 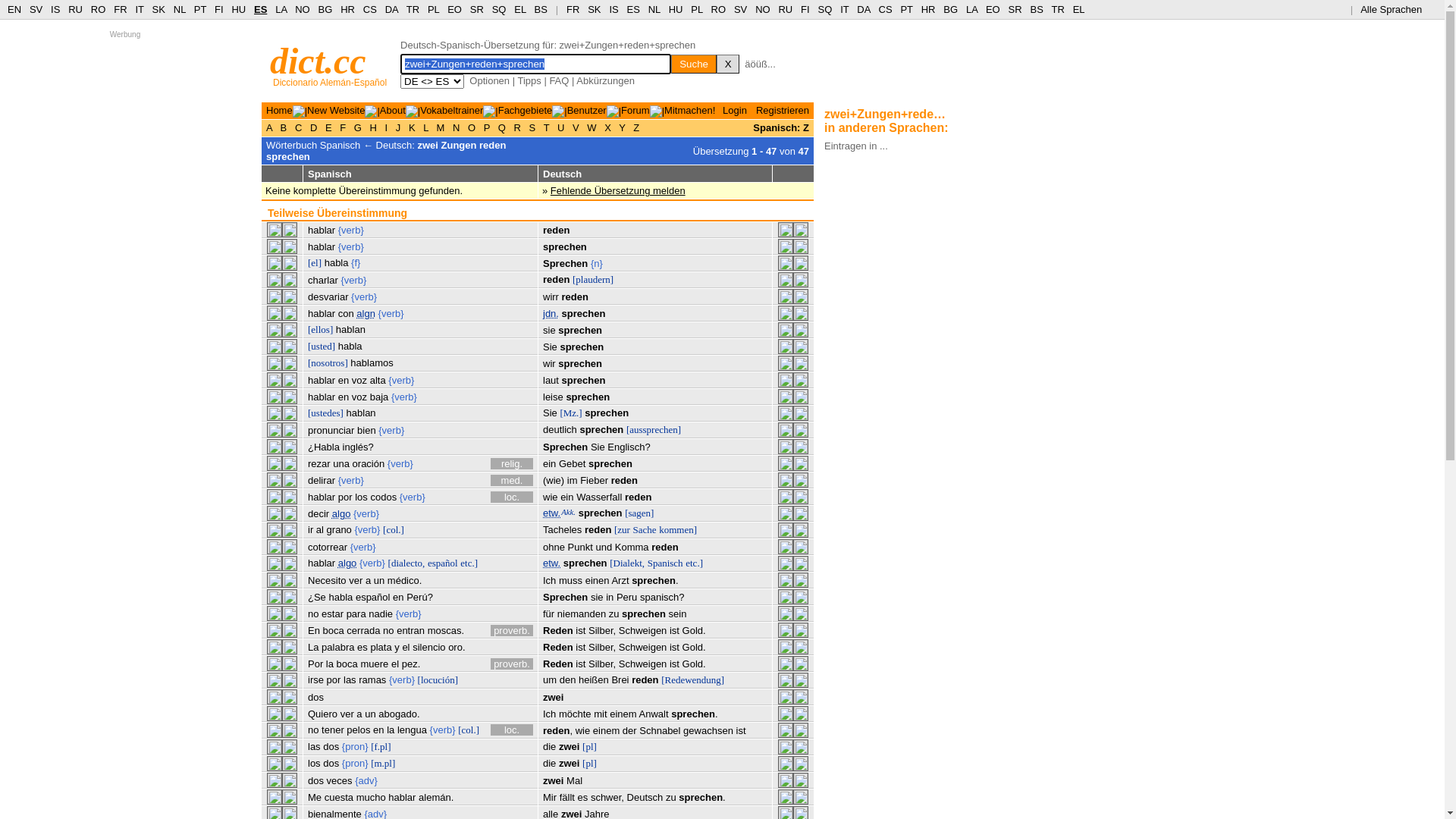 What do you see at coordinates (605, 730) in the screenshot?
I see `'einem'` at bounding box center [605, 730].